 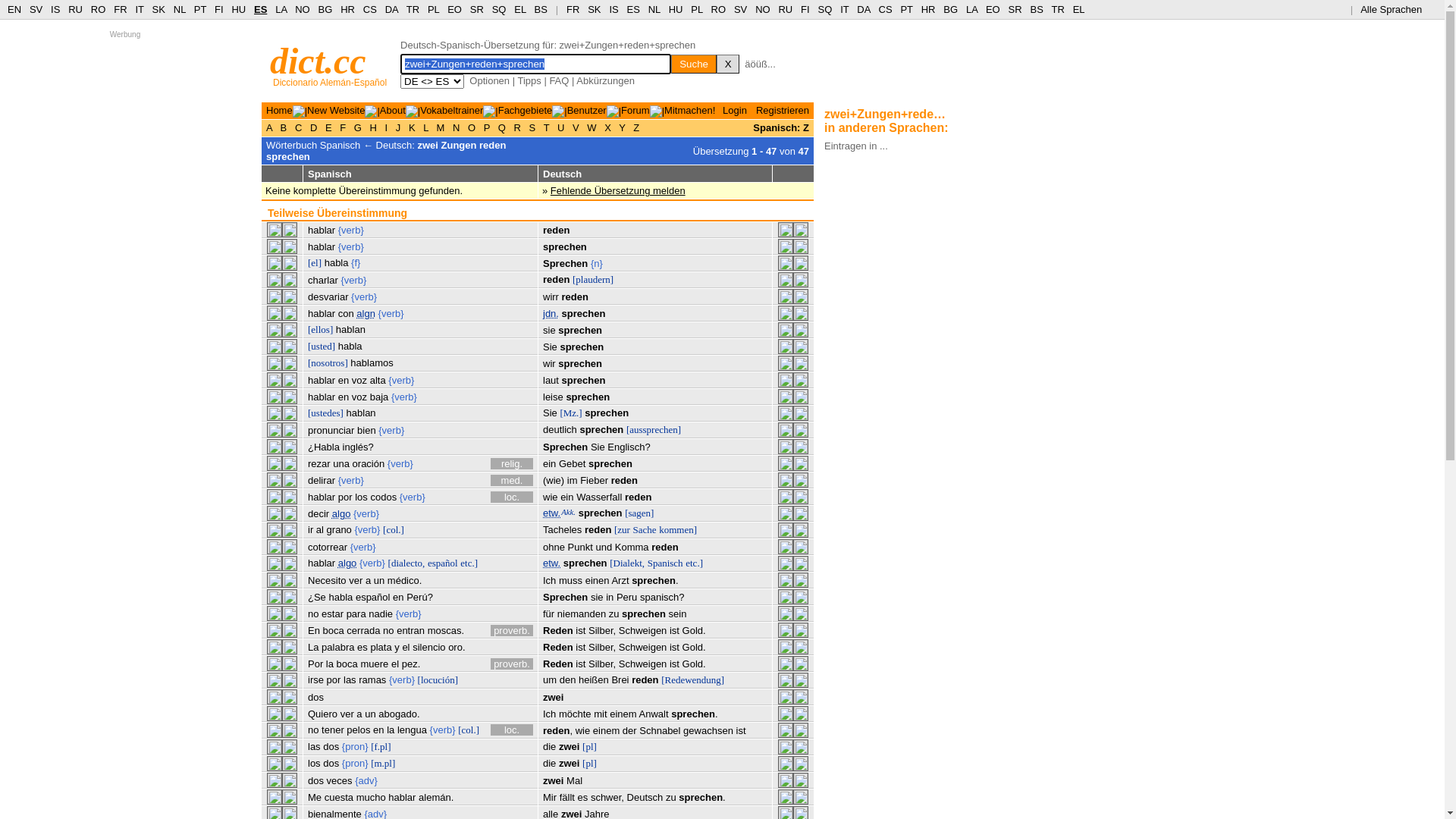 What do you see at coordinates (605, 730) in the screenshot?
I see `'einem'` at bounding box center [605, 730].